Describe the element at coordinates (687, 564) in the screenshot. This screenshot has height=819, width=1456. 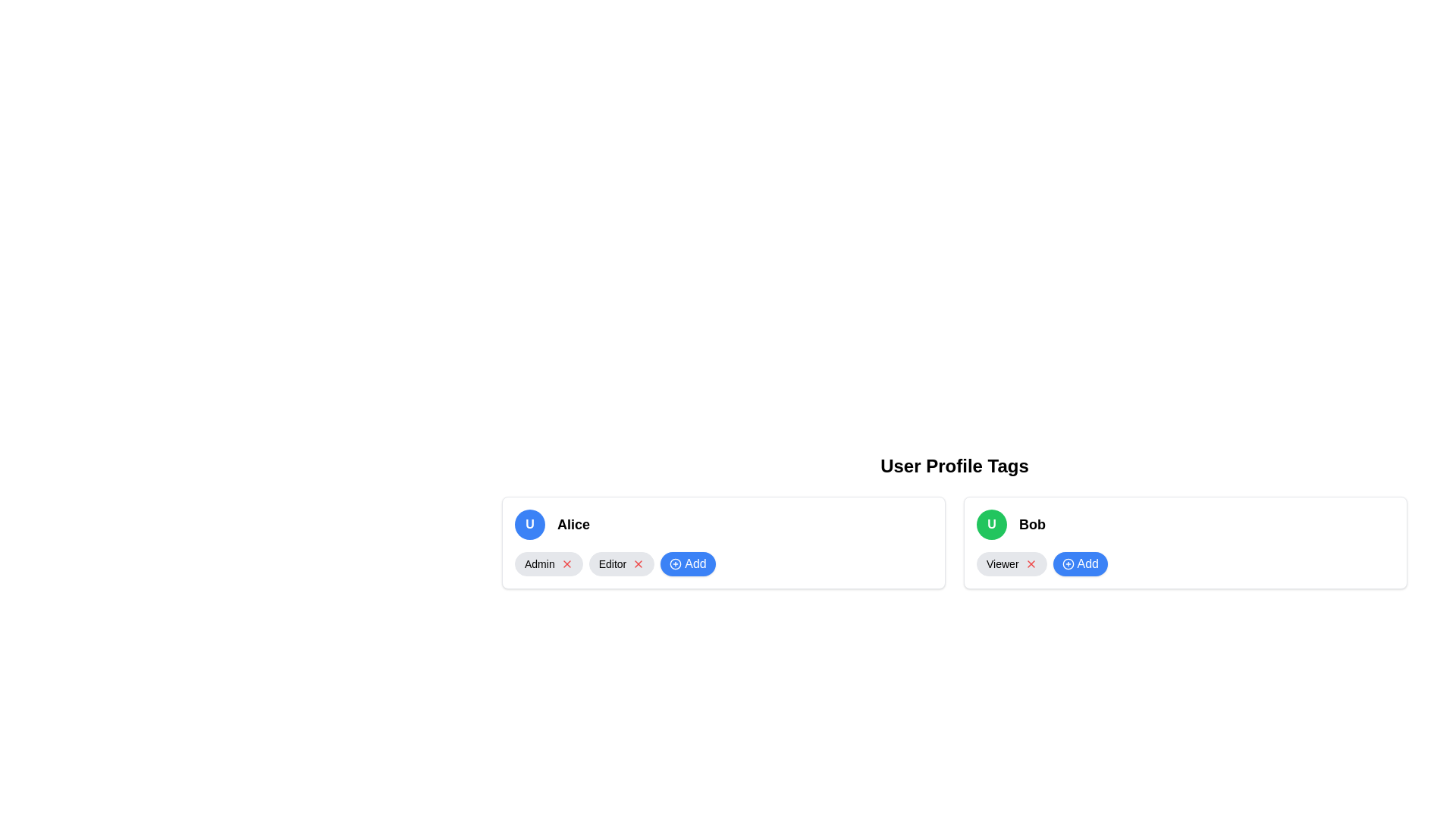
I see `the button used to add a new tag or role for the user 'Alice'` at that location.